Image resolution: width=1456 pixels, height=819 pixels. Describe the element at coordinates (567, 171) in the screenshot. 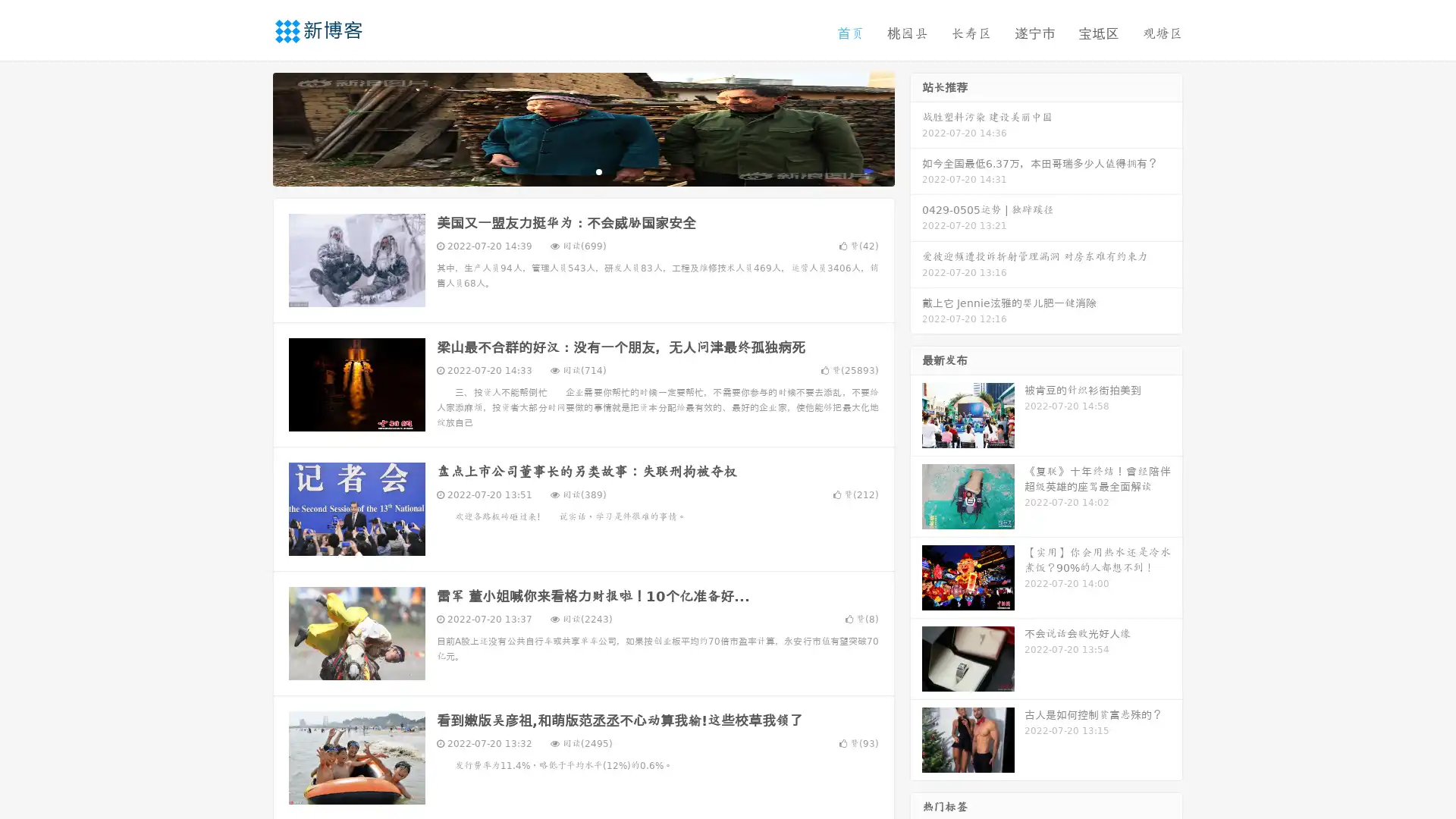

I see `Go to slide 1` at that location.